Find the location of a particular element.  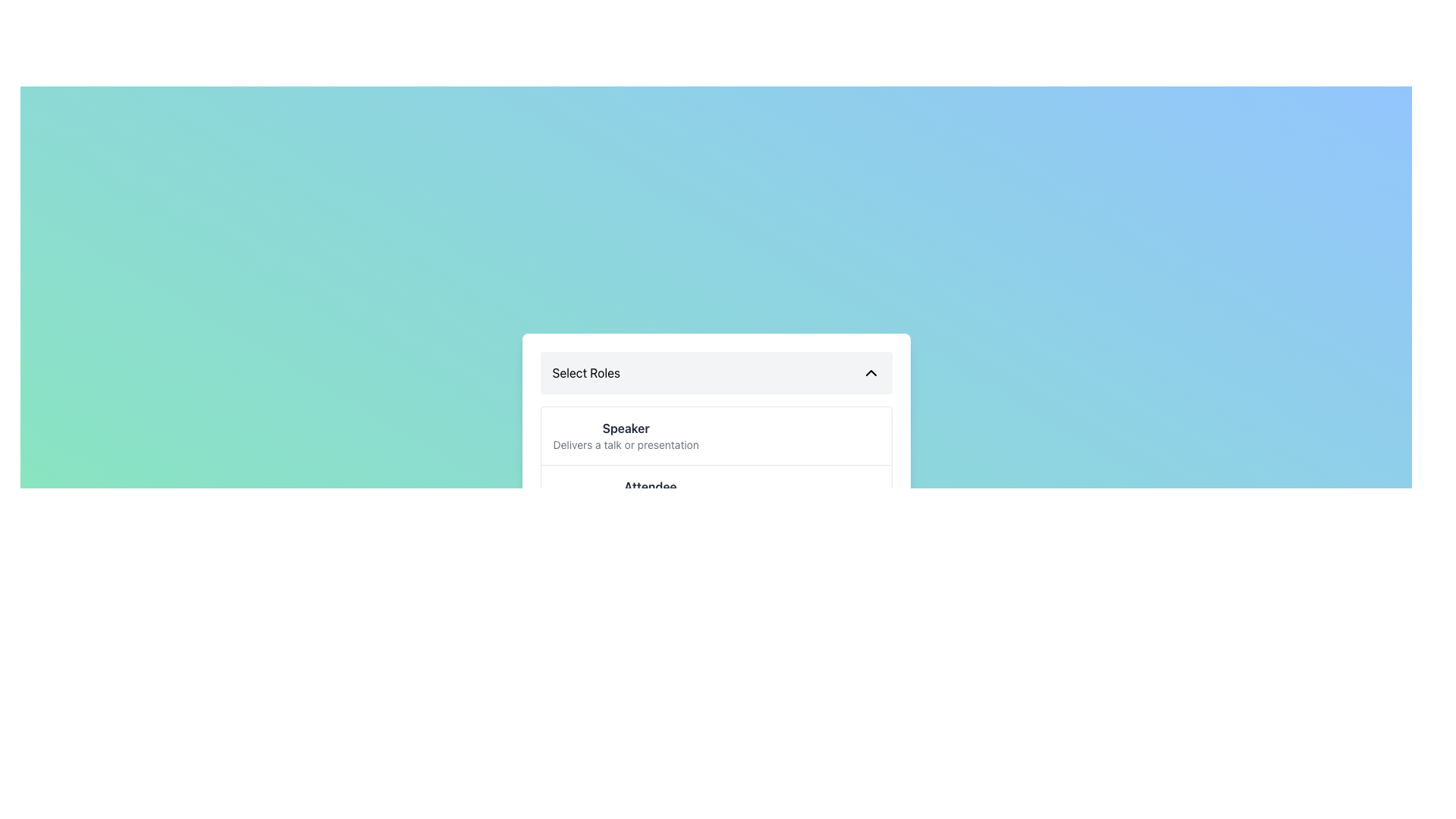

the list item titled 'Speaker' that describes 'Delivers a talk or presentation', located in the 'Select Roles' section is located at coordinates (715, 435).